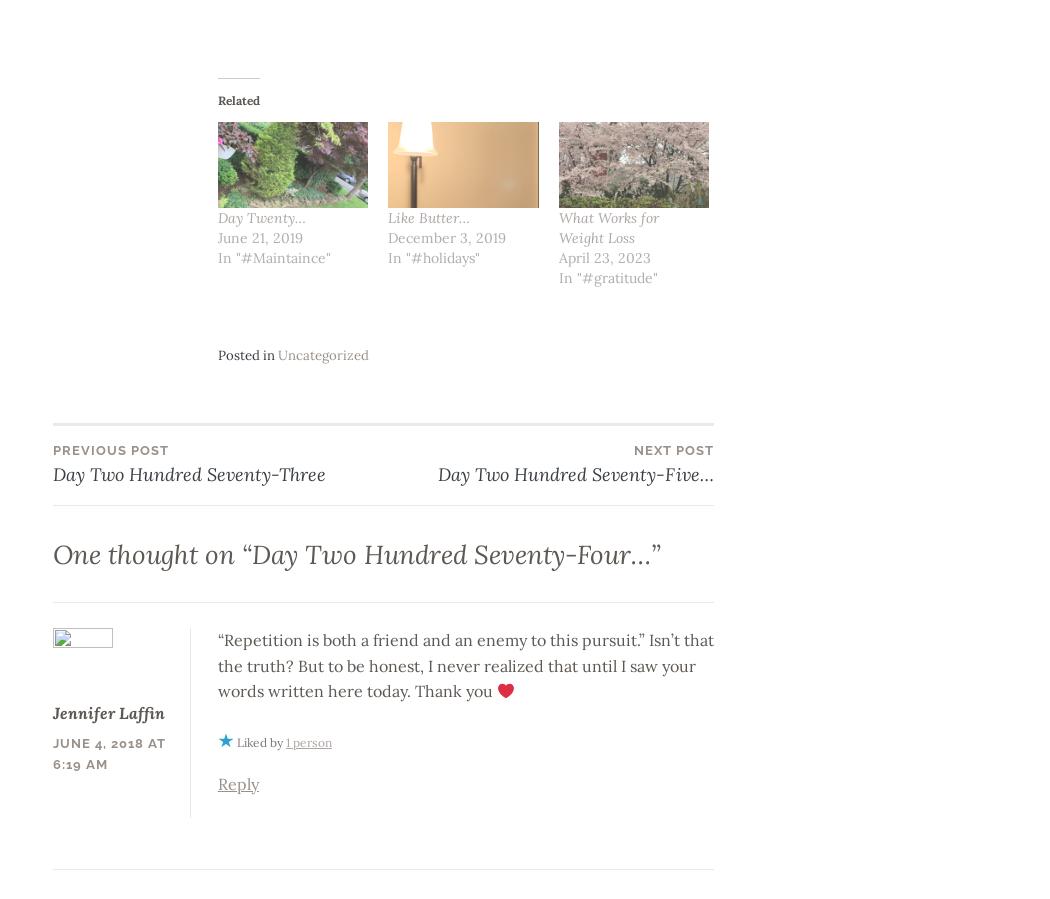 This screenshot has height=899, width=1050. I want to click on '1 person', so click(307, 740).